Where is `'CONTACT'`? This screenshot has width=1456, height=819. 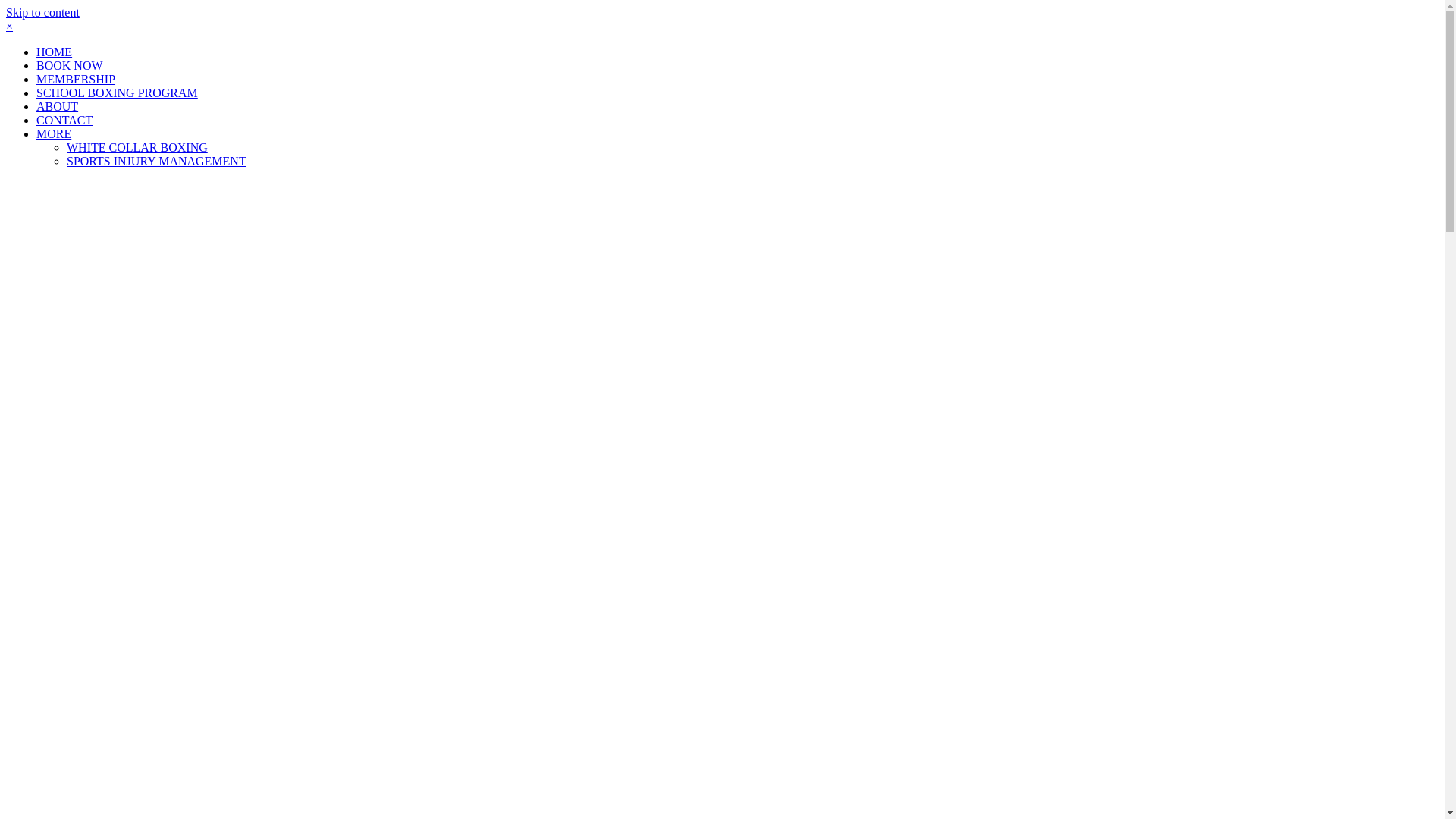
'CONTACT' is located at coordinates (64, 119).